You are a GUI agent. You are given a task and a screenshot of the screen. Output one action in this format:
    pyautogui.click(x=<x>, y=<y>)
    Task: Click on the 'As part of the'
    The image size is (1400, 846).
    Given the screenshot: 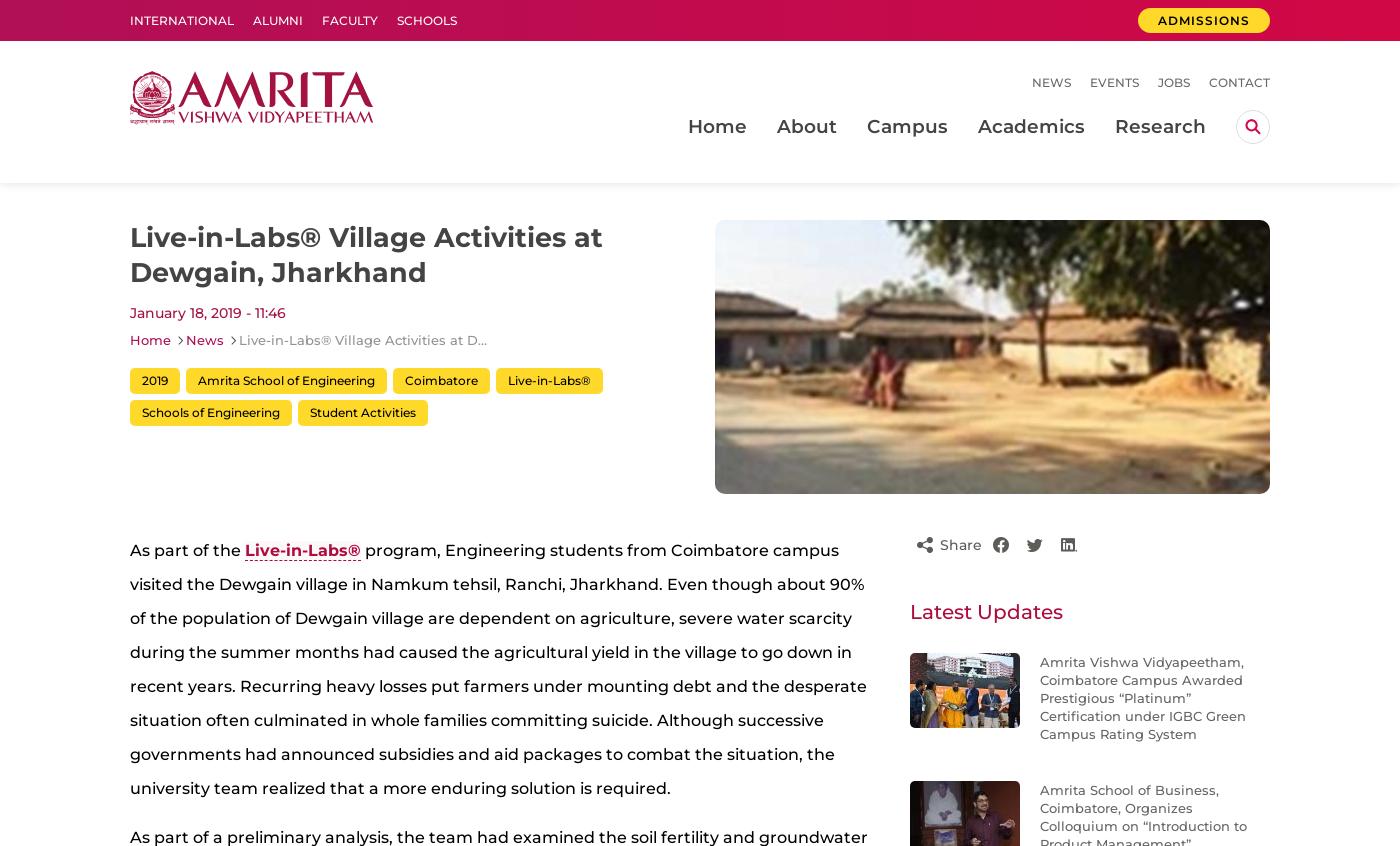 What is the action you would take?
    pyautogui.click(x=130, y=550)
    